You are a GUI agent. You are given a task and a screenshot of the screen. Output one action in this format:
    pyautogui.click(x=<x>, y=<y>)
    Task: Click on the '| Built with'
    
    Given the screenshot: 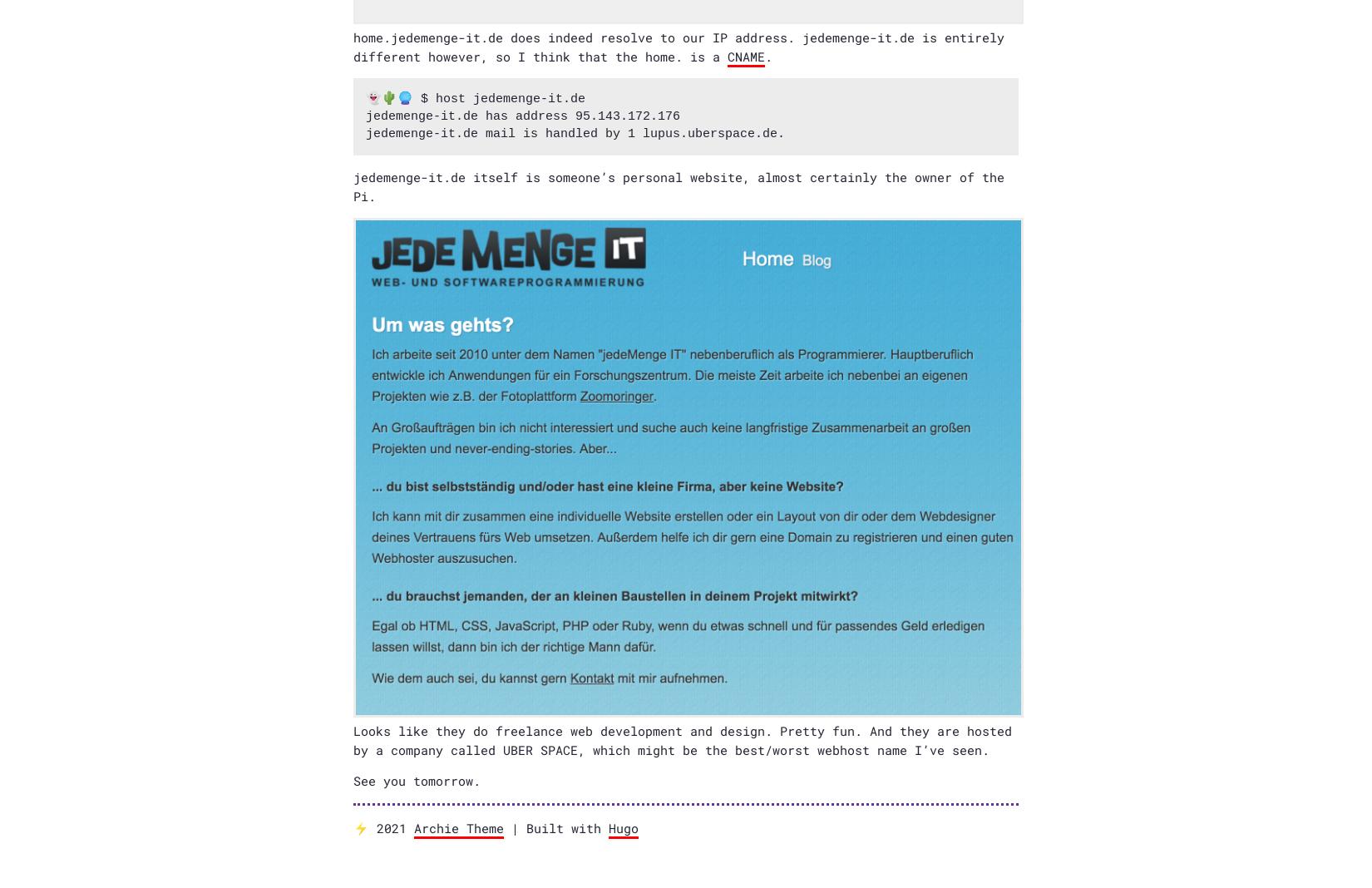 What is the action you would take?
    pyautogui.click(x=555, y=826)
    